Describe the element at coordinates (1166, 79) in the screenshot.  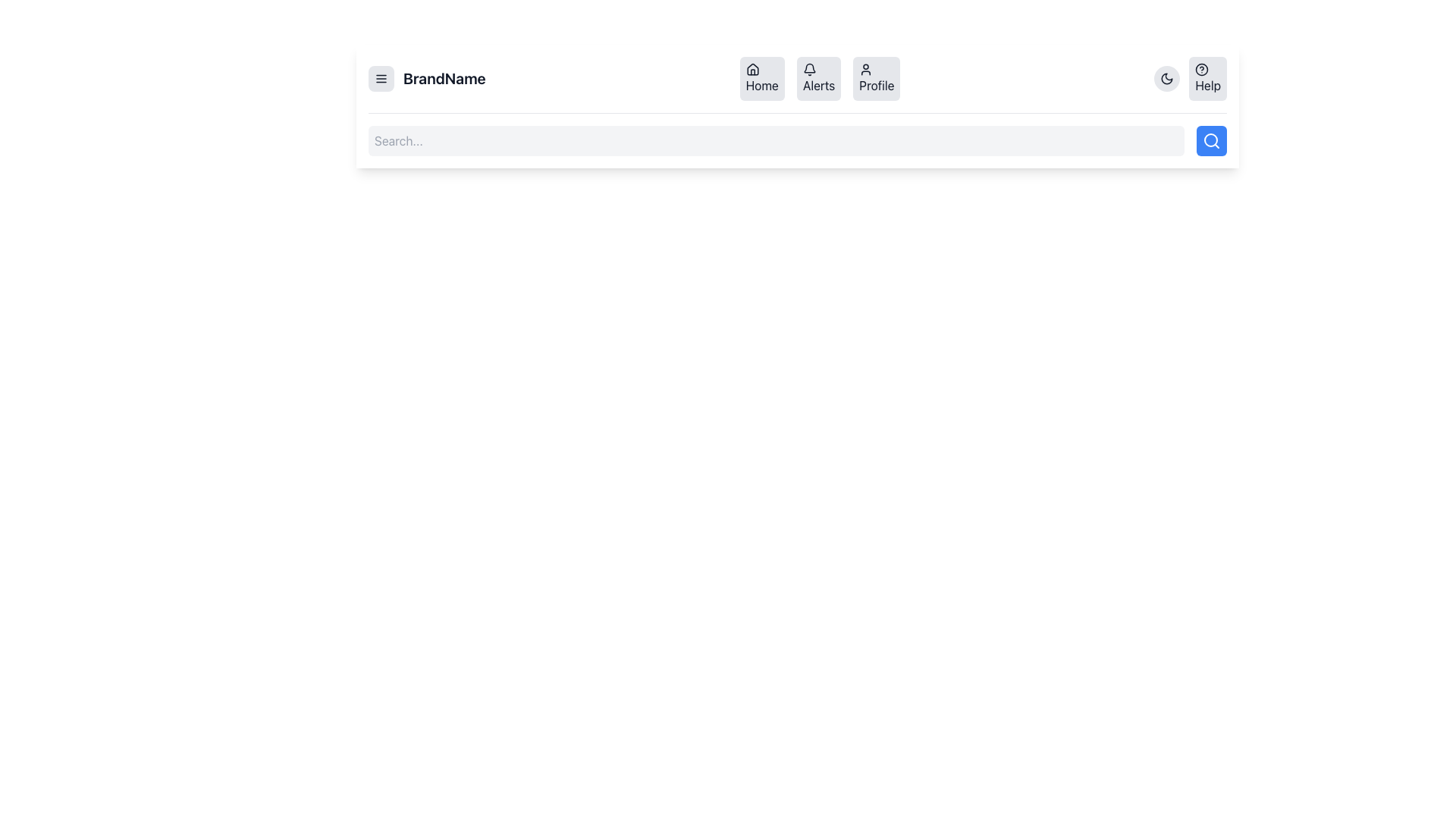
I see `the circular dark mode toggle button with a moon-shaped icon located in the top navigation bar` at that location.